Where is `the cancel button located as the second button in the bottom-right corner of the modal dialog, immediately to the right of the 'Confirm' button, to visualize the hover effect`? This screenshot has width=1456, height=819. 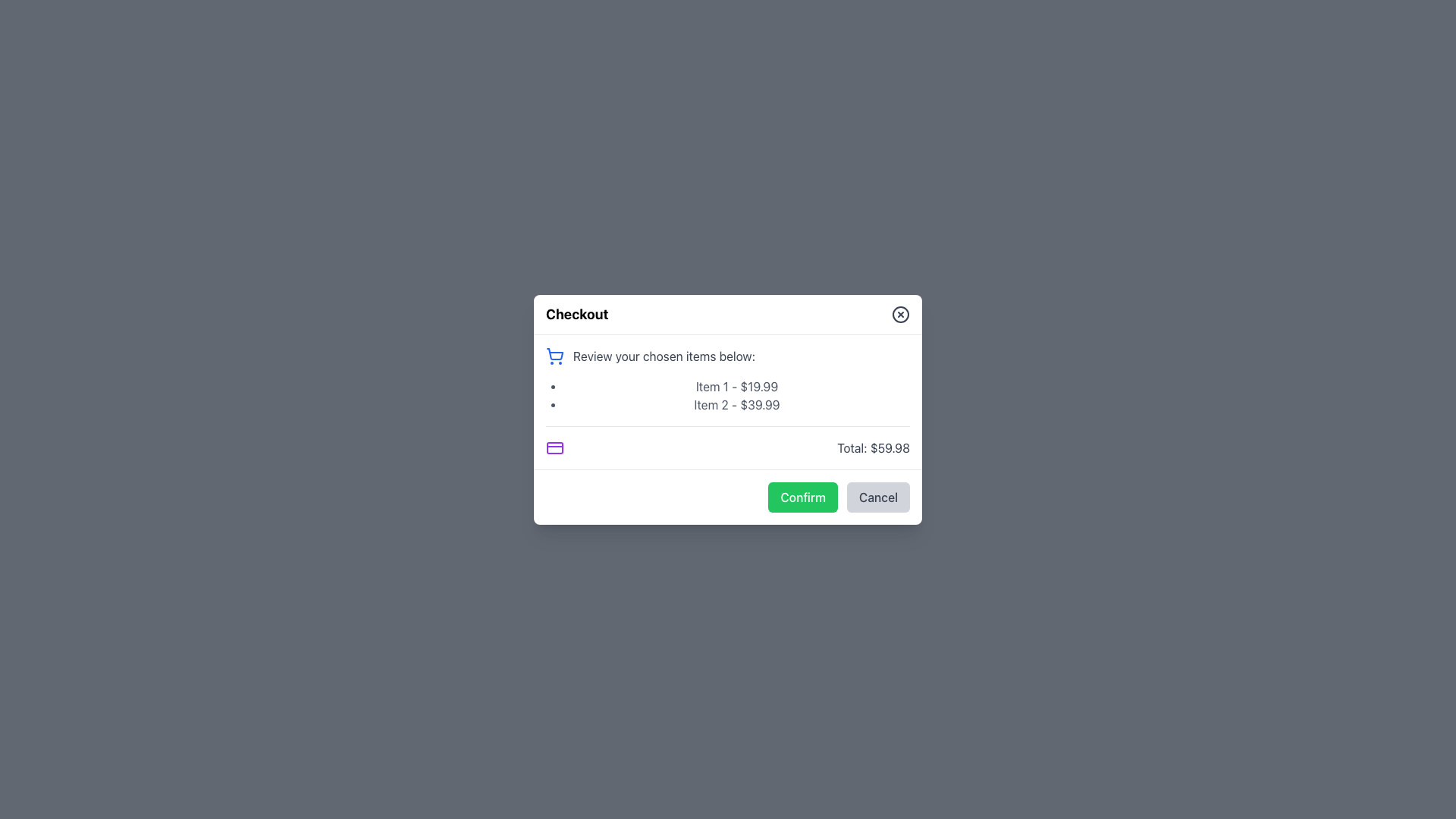
the cancel button located as the second button in the bottom-right corner of the modal dialog, immediately to the right of the 'Confirm' button, to visualize the hover effect is located at coordinates (878, 497).